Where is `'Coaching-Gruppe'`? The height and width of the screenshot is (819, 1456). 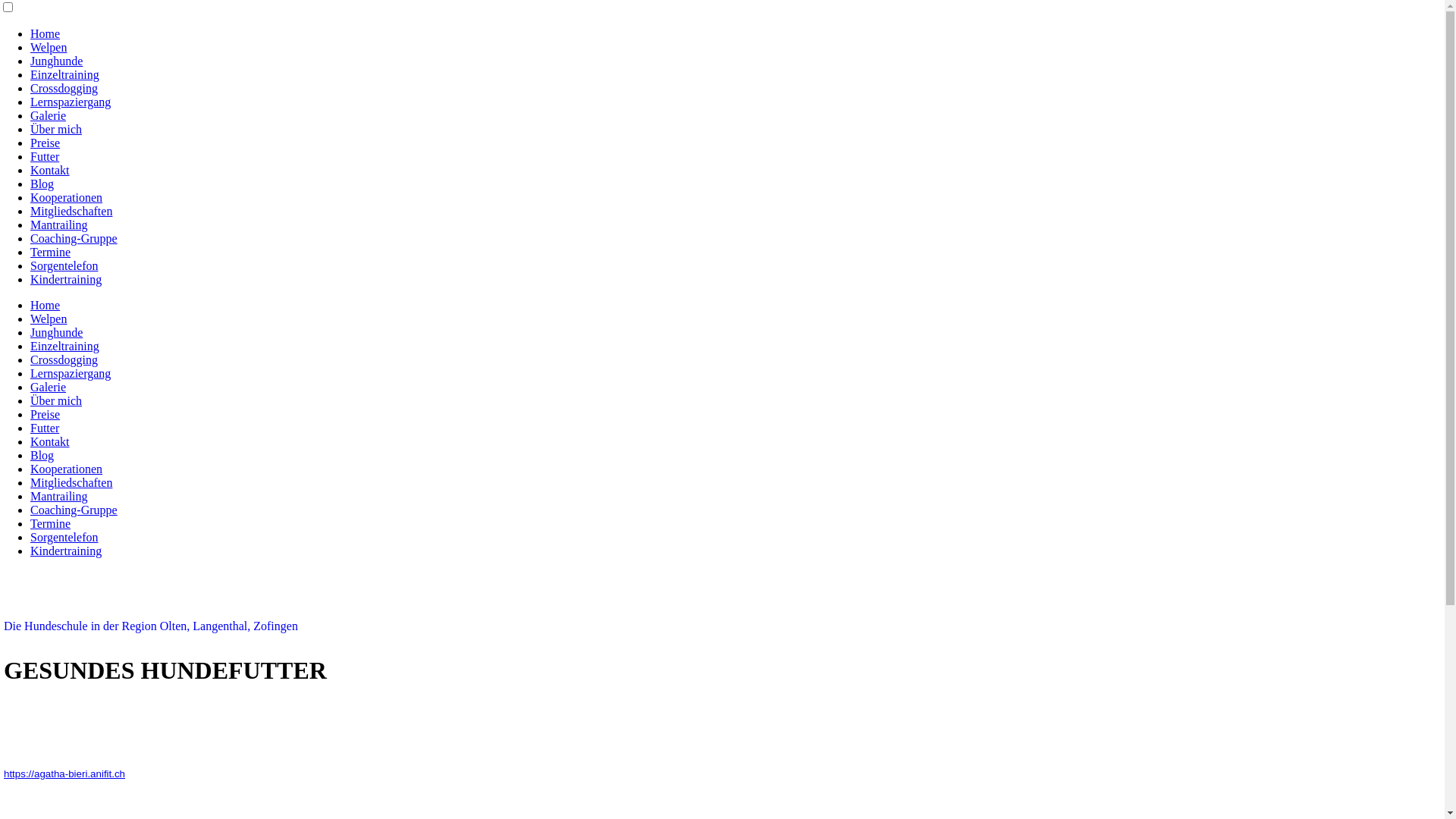
'Coaching-Gruppe' is located at coordinates (73, 510).